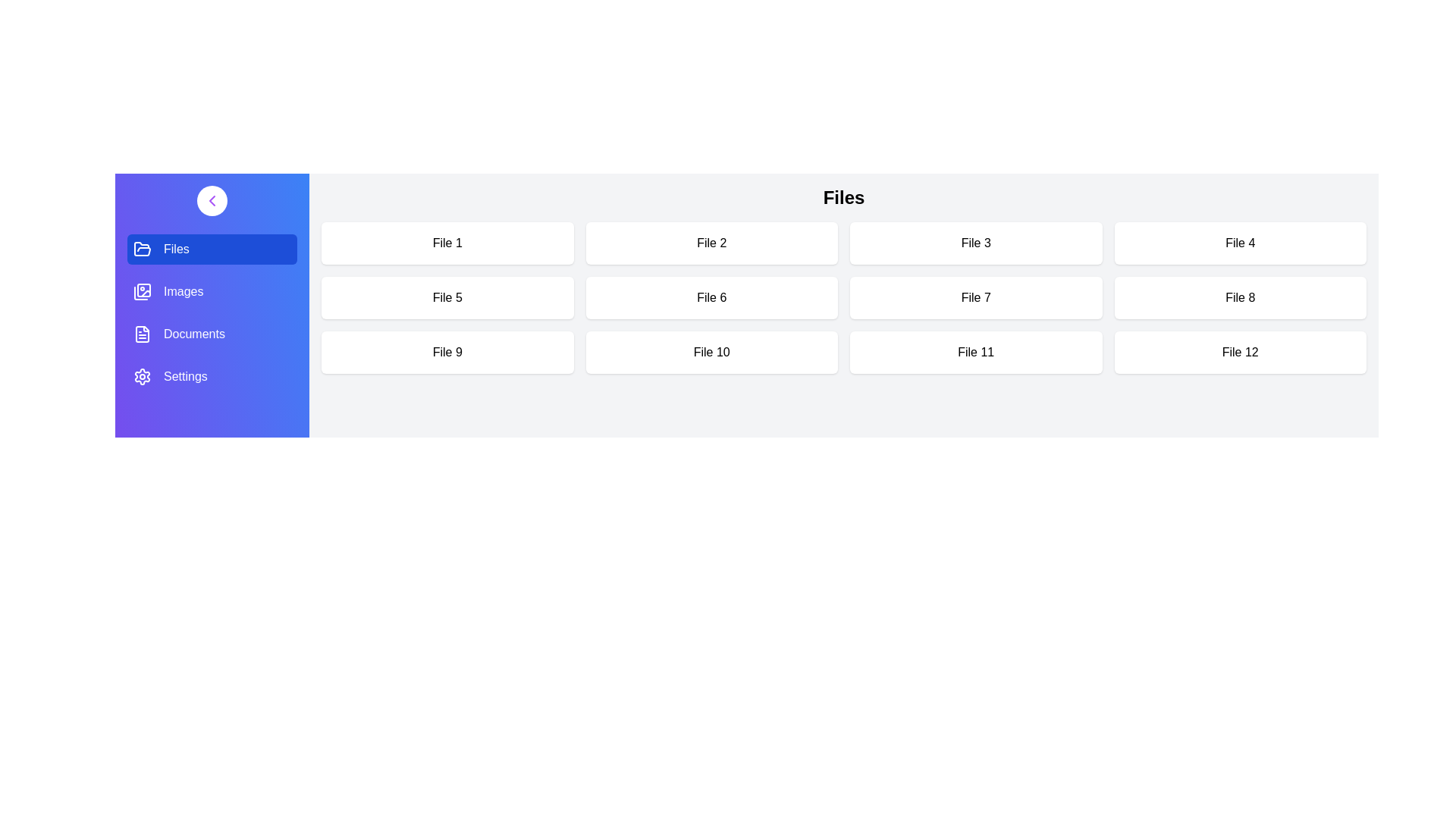  Describe the element at coordinates (211, 376) in the screenshot. I see `the category Settings from the sidebar menu` at that location.